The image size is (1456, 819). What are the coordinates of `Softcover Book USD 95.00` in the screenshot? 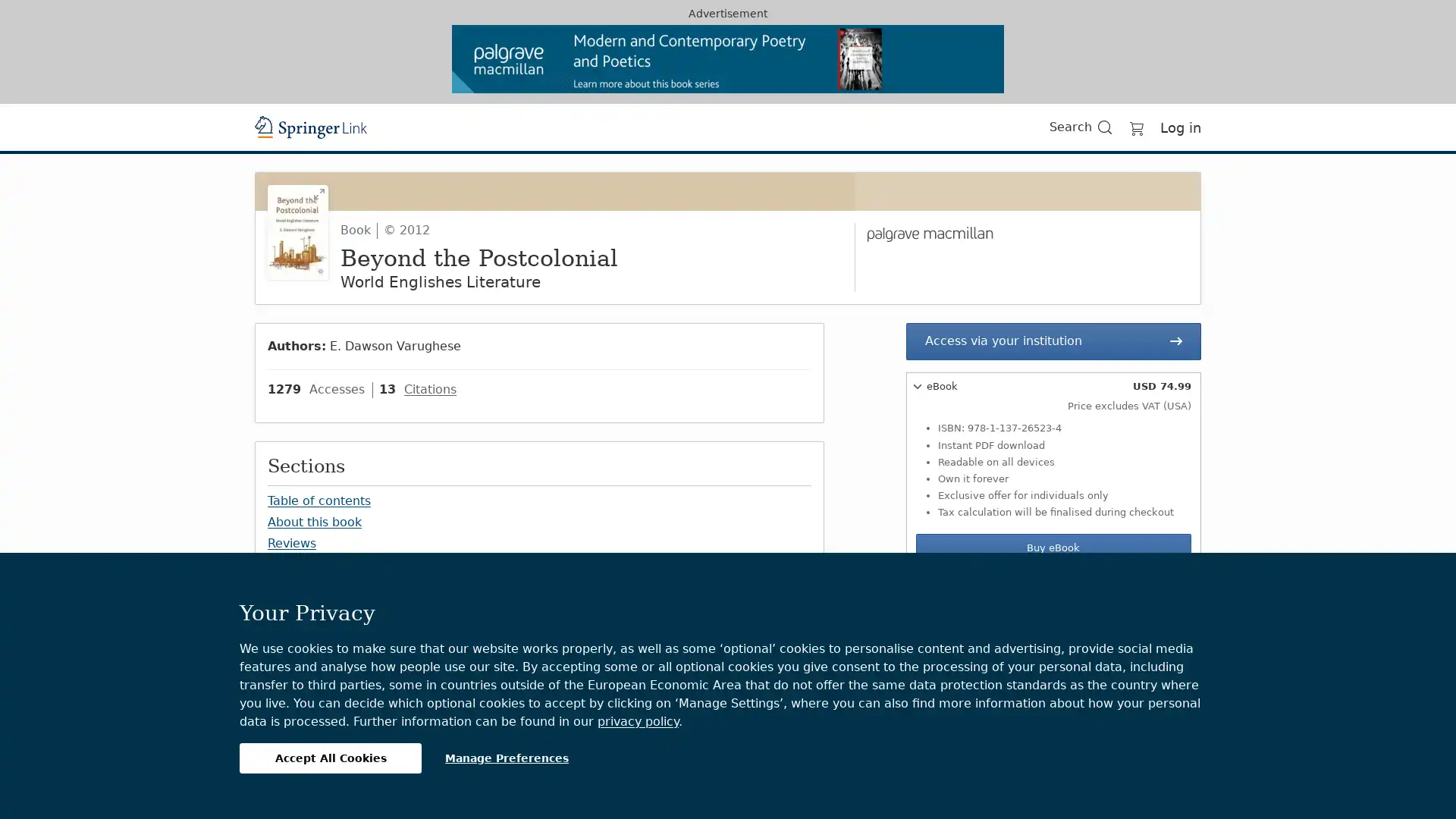 It's located at (1052, 584).